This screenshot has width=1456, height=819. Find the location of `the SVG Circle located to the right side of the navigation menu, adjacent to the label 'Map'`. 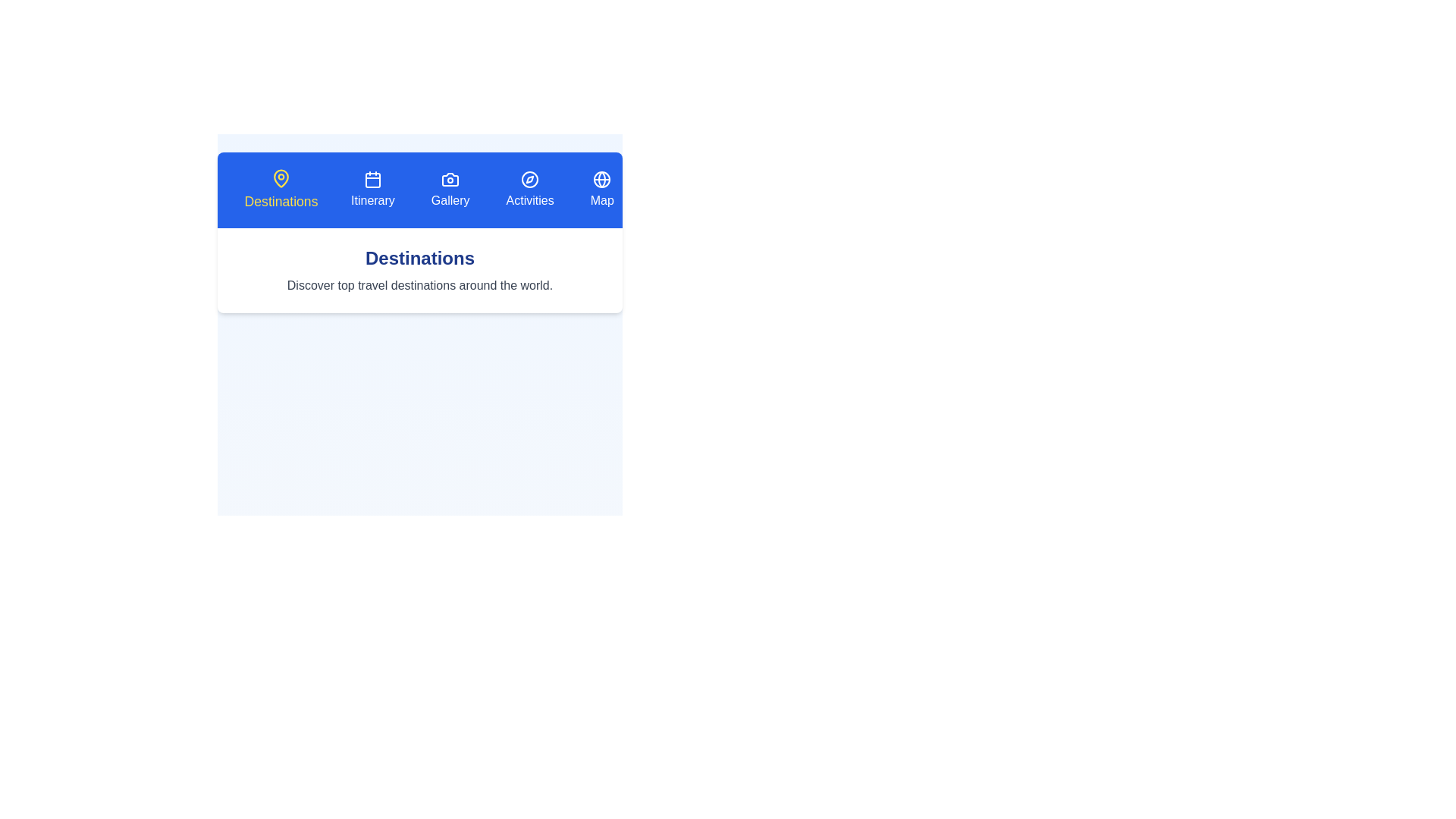

the SVG Circle located to the right side of the navigation menu, adjacent to the label 'Map' is located at coordinates (601, 178).